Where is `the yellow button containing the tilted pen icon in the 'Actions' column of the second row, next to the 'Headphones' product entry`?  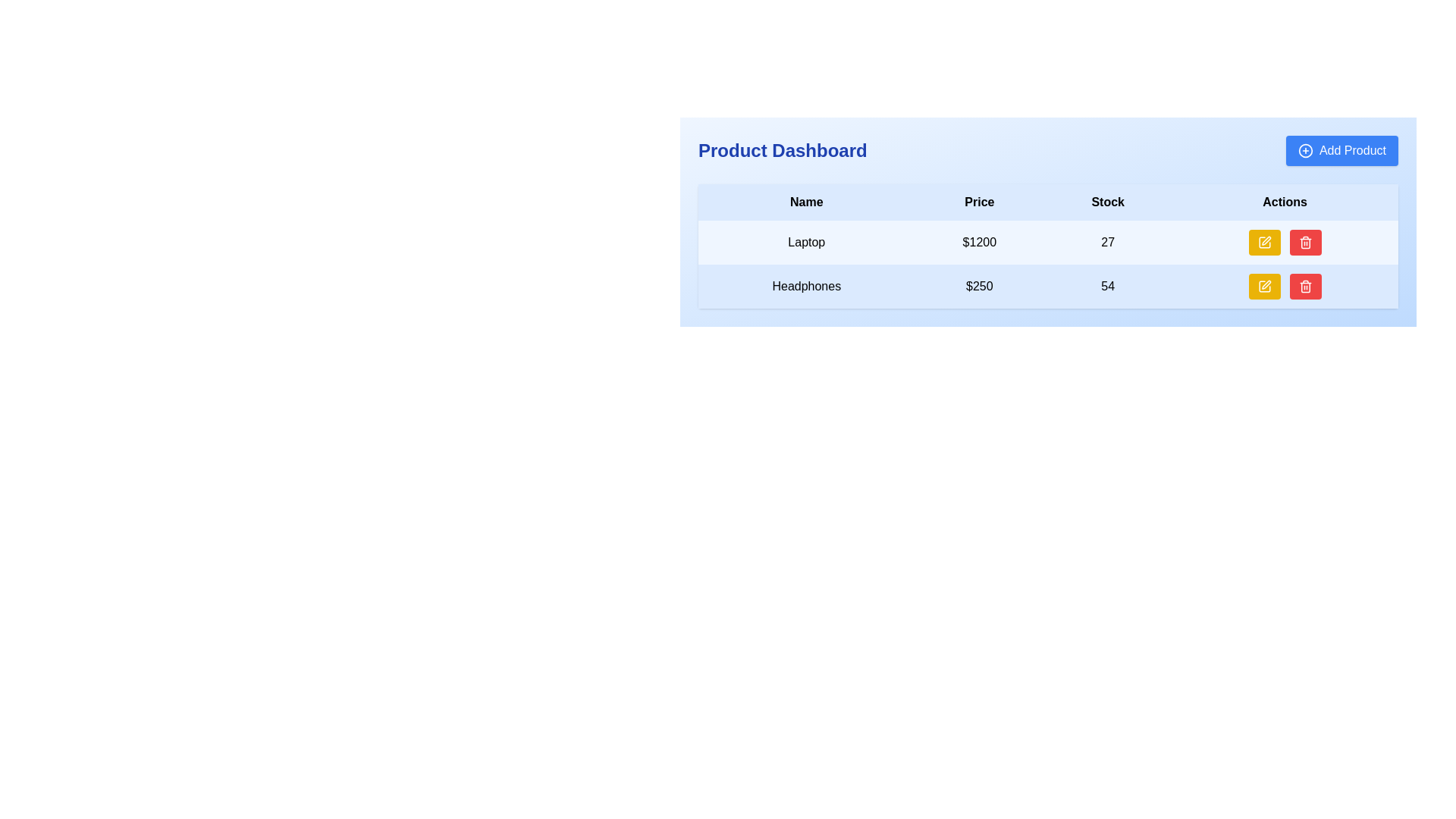 the yellow button containing the tilted pen icon in the 'Actions' column of the second row, next to the 'Headphones' product entry is located at coordinates (1266, 240).